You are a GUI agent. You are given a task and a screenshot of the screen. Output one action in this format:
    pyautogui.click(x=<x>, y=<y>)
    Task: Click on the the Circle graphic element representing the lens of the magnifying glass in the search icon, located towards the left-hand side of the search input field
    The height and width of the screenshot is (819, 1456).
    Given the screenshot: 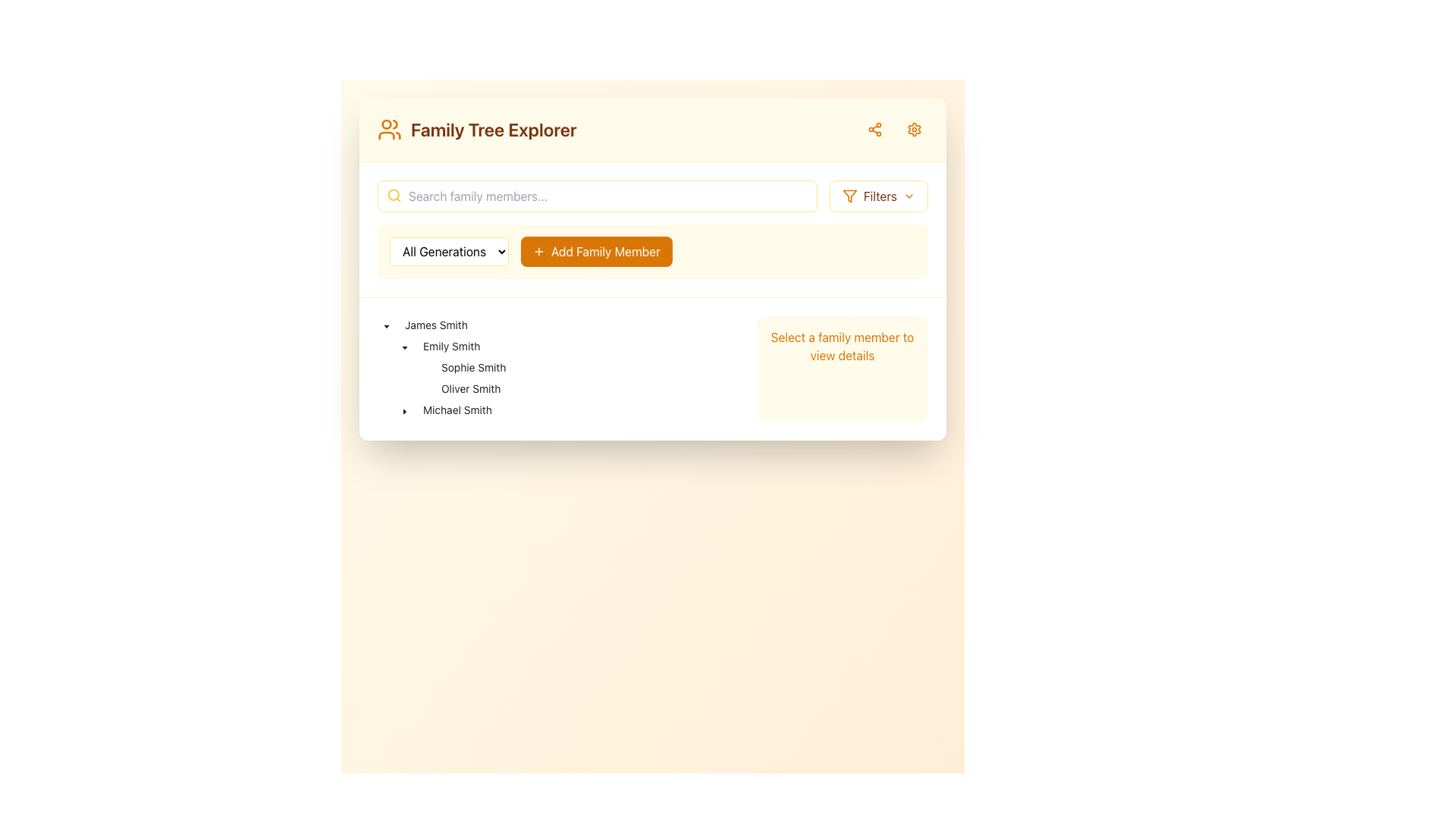 What is the action you would take?
    pyautogui.click(x=394, y=194)
    